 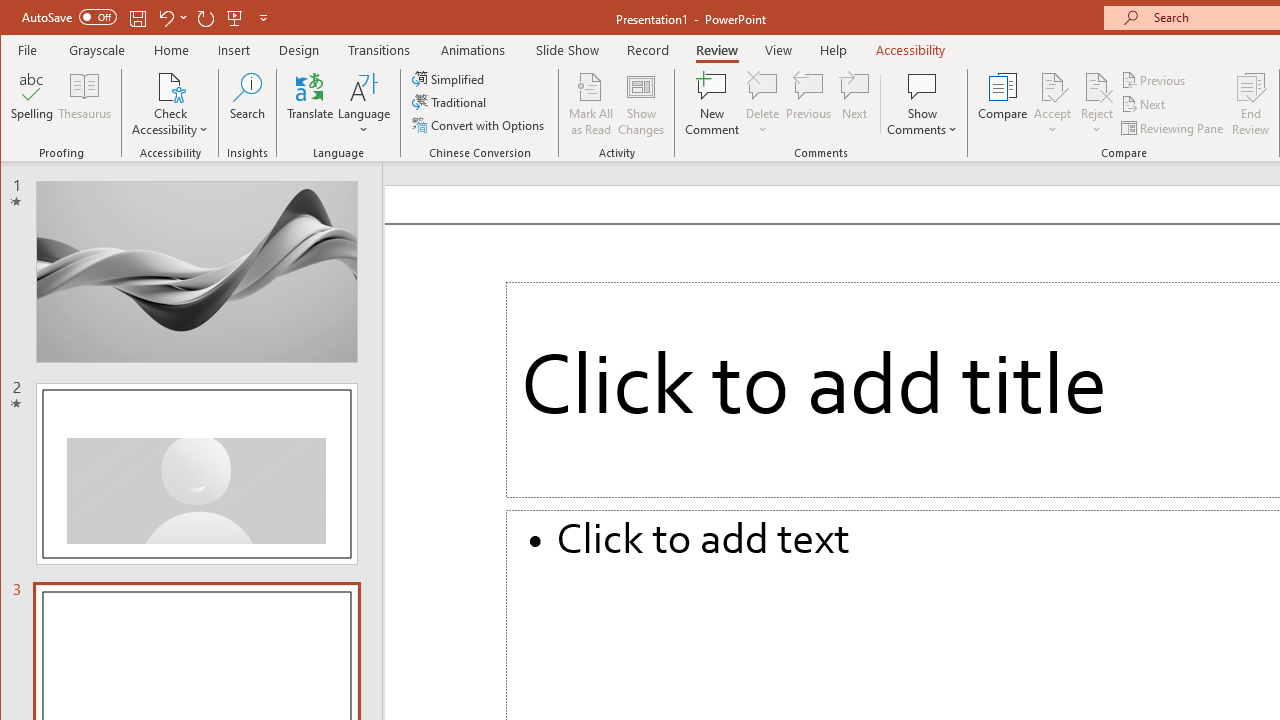 What do you see at coordinates (309, 104) in the screenshot?
I see `'Translate'` at bounding box center [309, 104].